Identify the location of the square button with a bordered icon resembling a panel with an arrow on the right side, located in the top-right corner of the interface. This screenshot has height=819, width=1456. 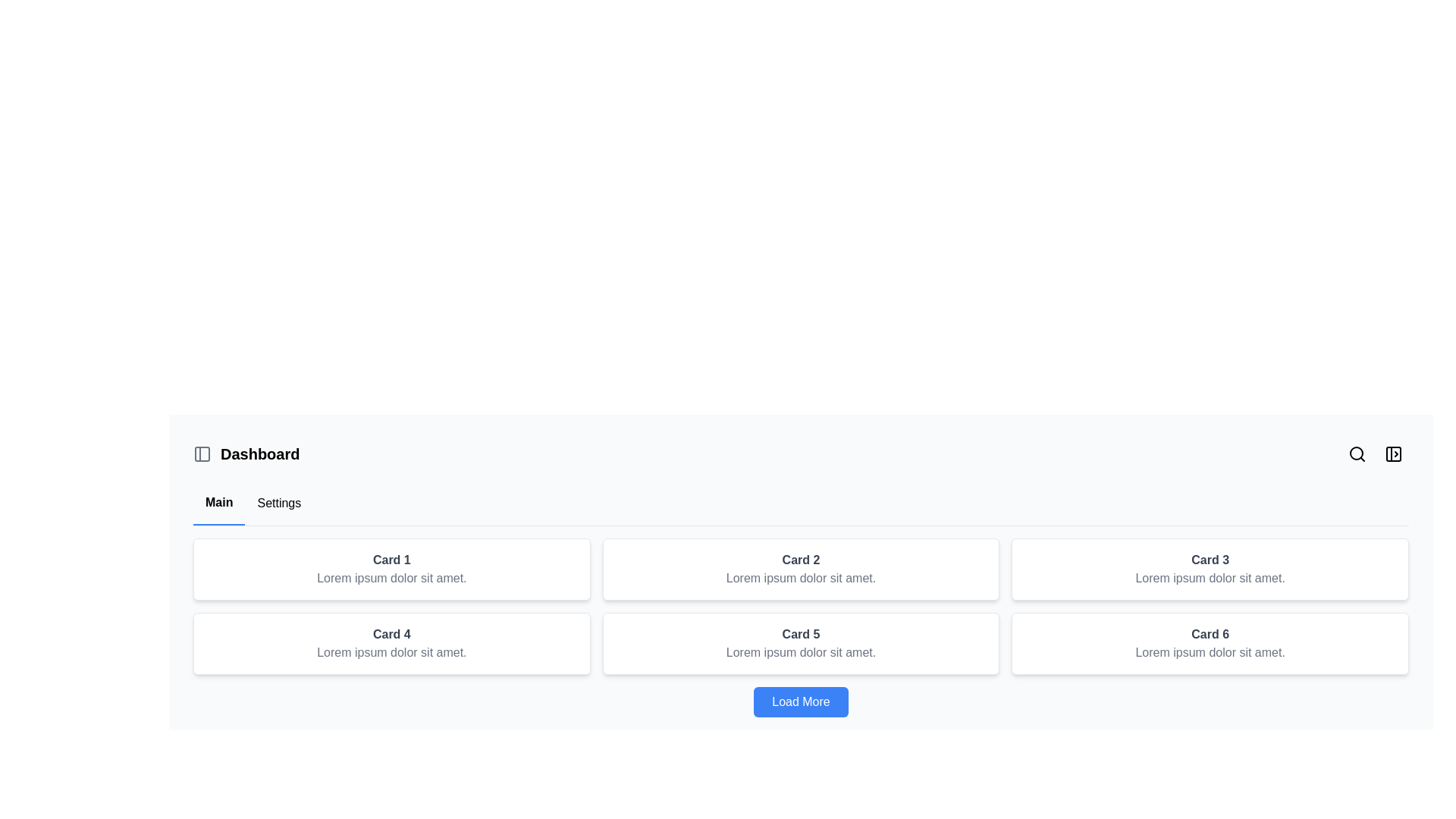
(1394, 453).